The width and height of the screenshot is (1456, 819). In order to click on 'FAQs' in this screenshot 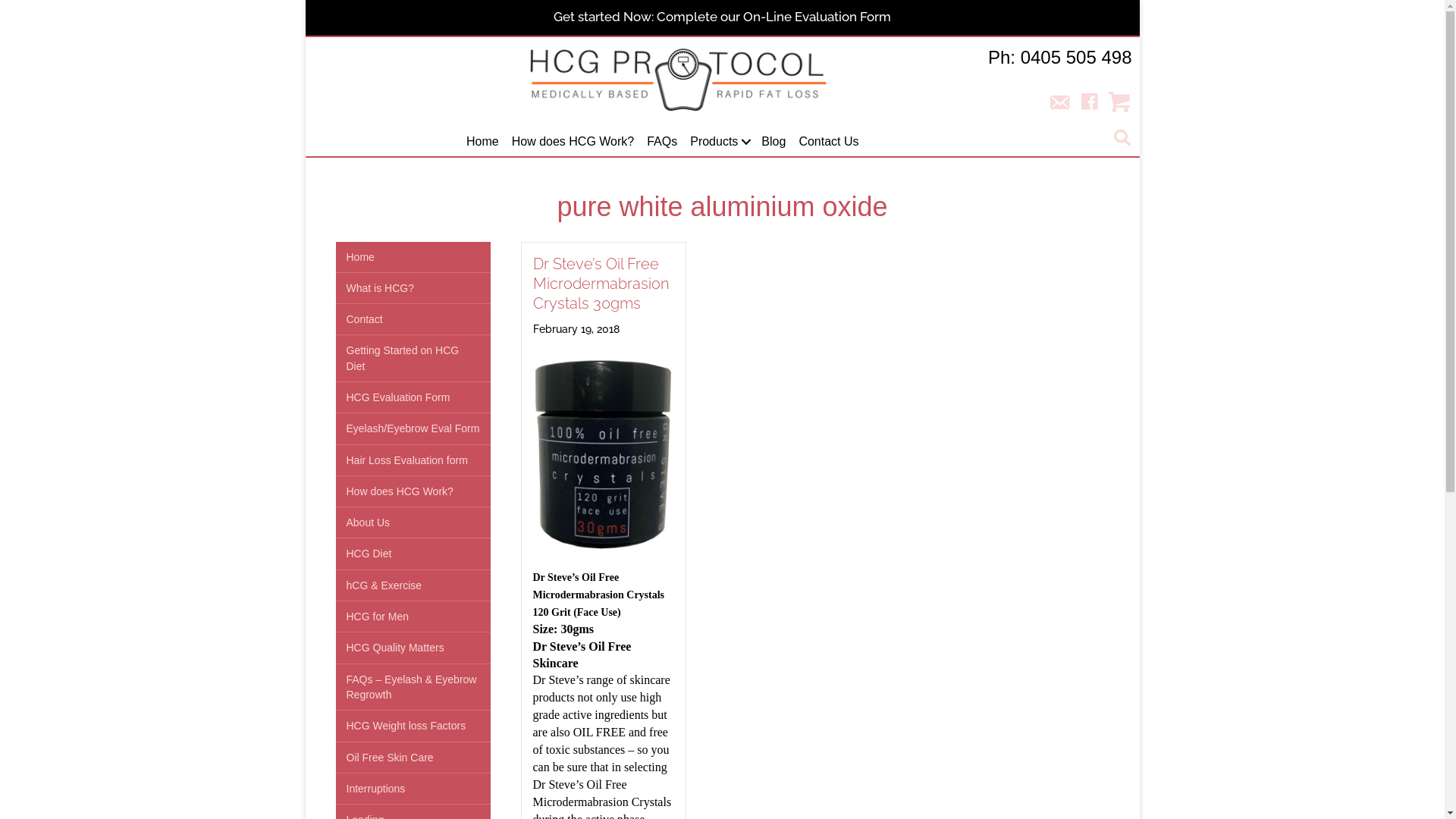, I will do `click(662, 141)`.